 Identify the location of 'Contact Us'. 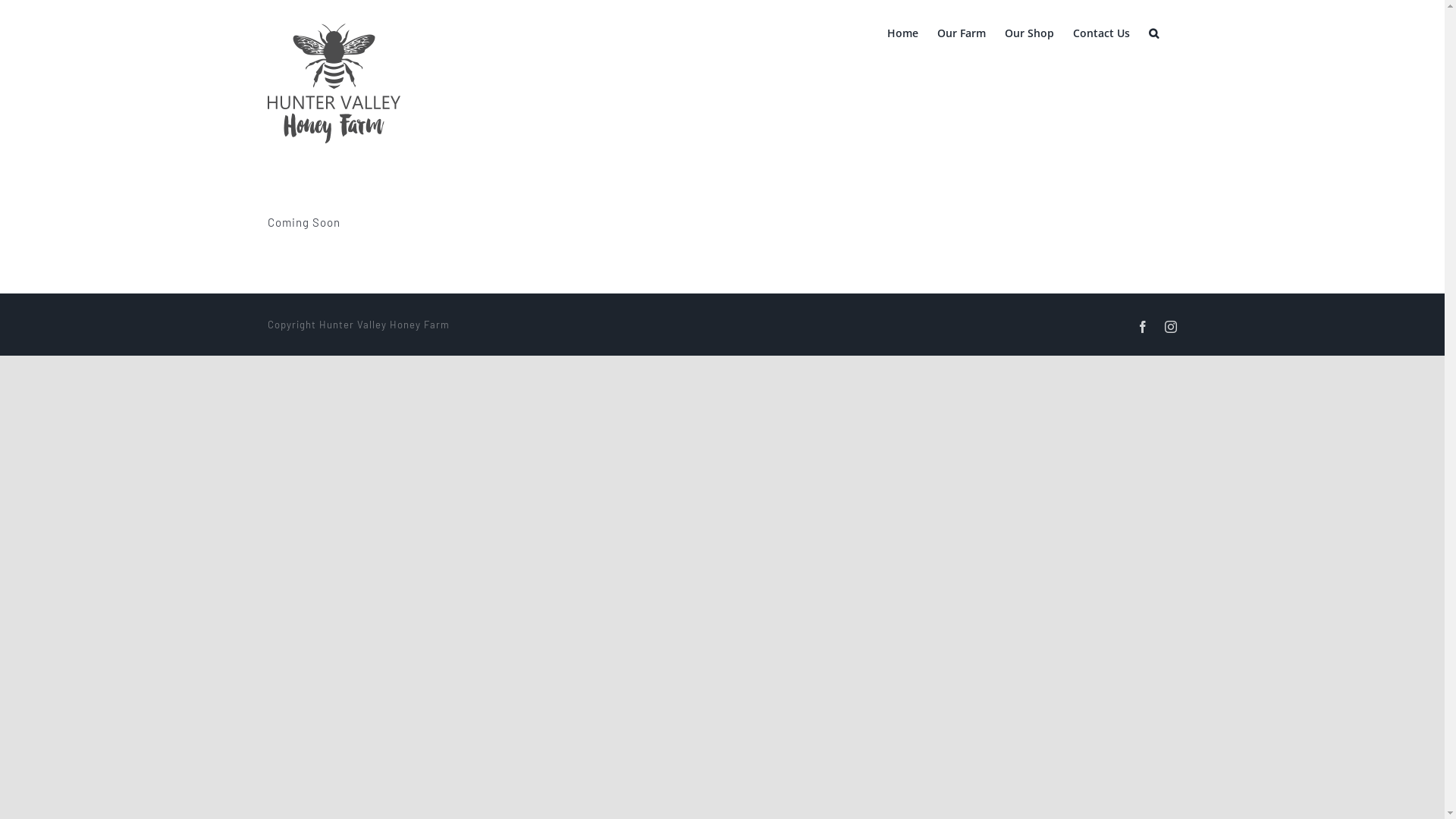
(1100, 32).